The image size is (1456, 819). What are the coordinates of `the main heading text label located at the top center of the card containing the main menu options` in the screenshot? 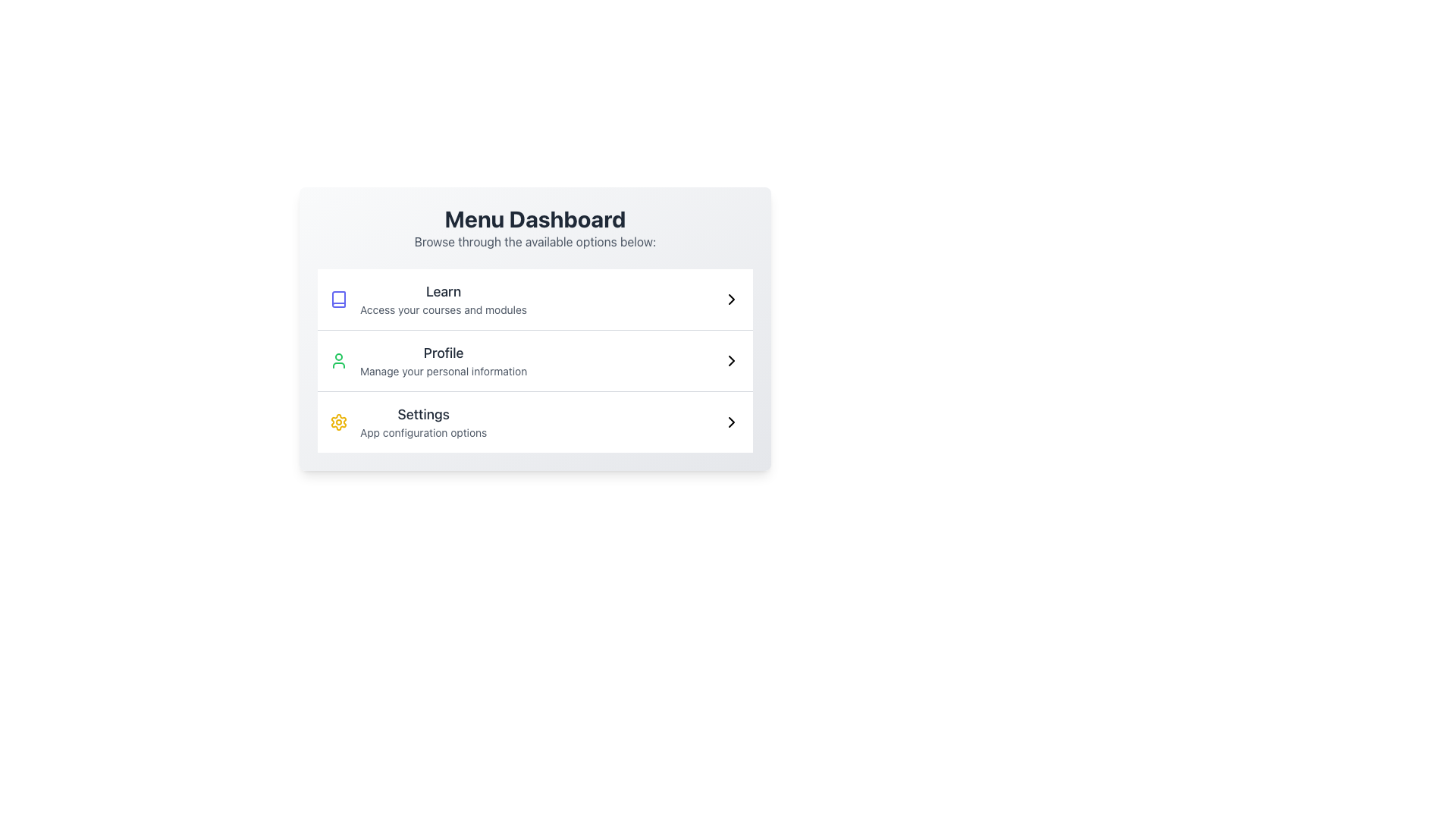 It's located at (535, 219).